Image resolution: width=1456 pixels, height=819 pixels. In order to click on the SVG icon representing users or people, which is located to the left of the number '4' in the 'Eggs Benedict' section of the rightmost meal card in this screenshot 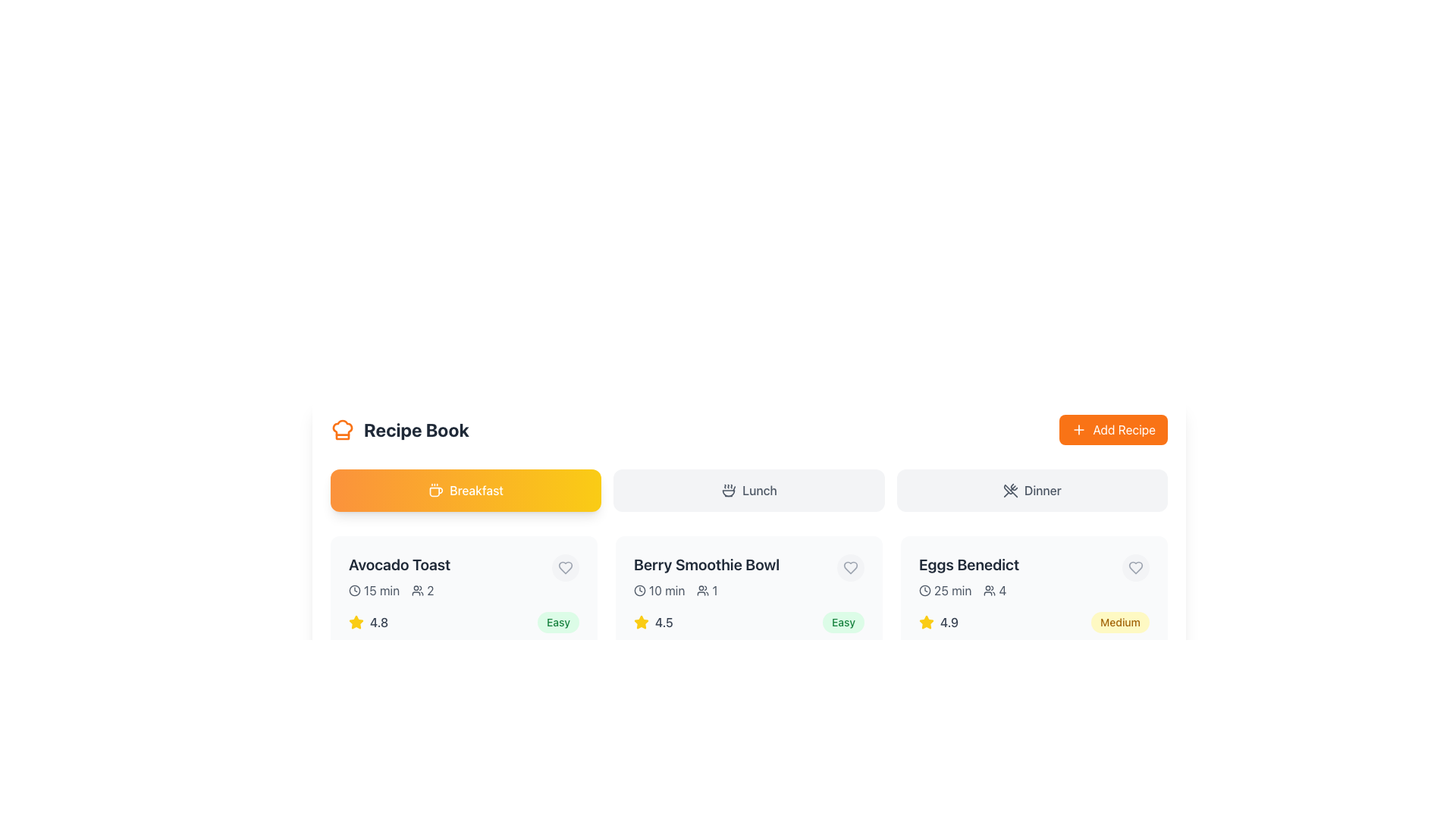, I will do `click(990, 590)`.